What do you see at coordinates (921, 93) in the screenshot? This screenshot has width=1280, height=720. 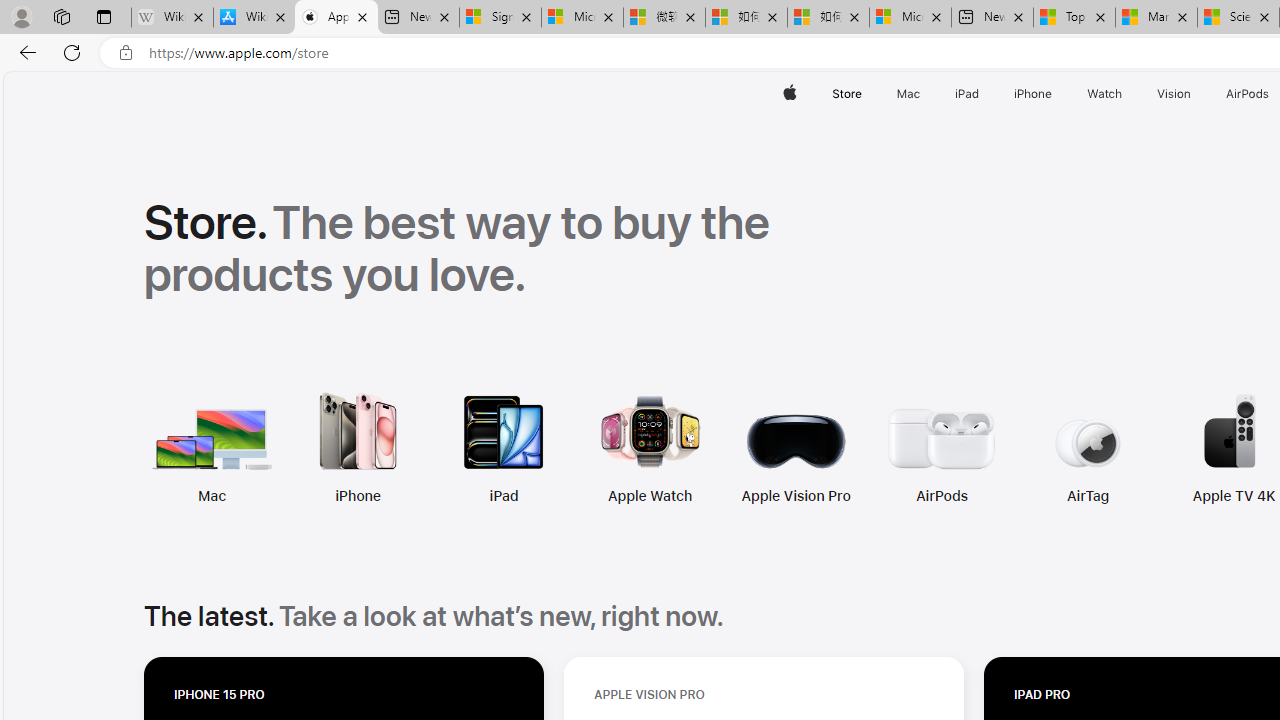 I see `'Mac menu'` at bounding box center [921, 93].